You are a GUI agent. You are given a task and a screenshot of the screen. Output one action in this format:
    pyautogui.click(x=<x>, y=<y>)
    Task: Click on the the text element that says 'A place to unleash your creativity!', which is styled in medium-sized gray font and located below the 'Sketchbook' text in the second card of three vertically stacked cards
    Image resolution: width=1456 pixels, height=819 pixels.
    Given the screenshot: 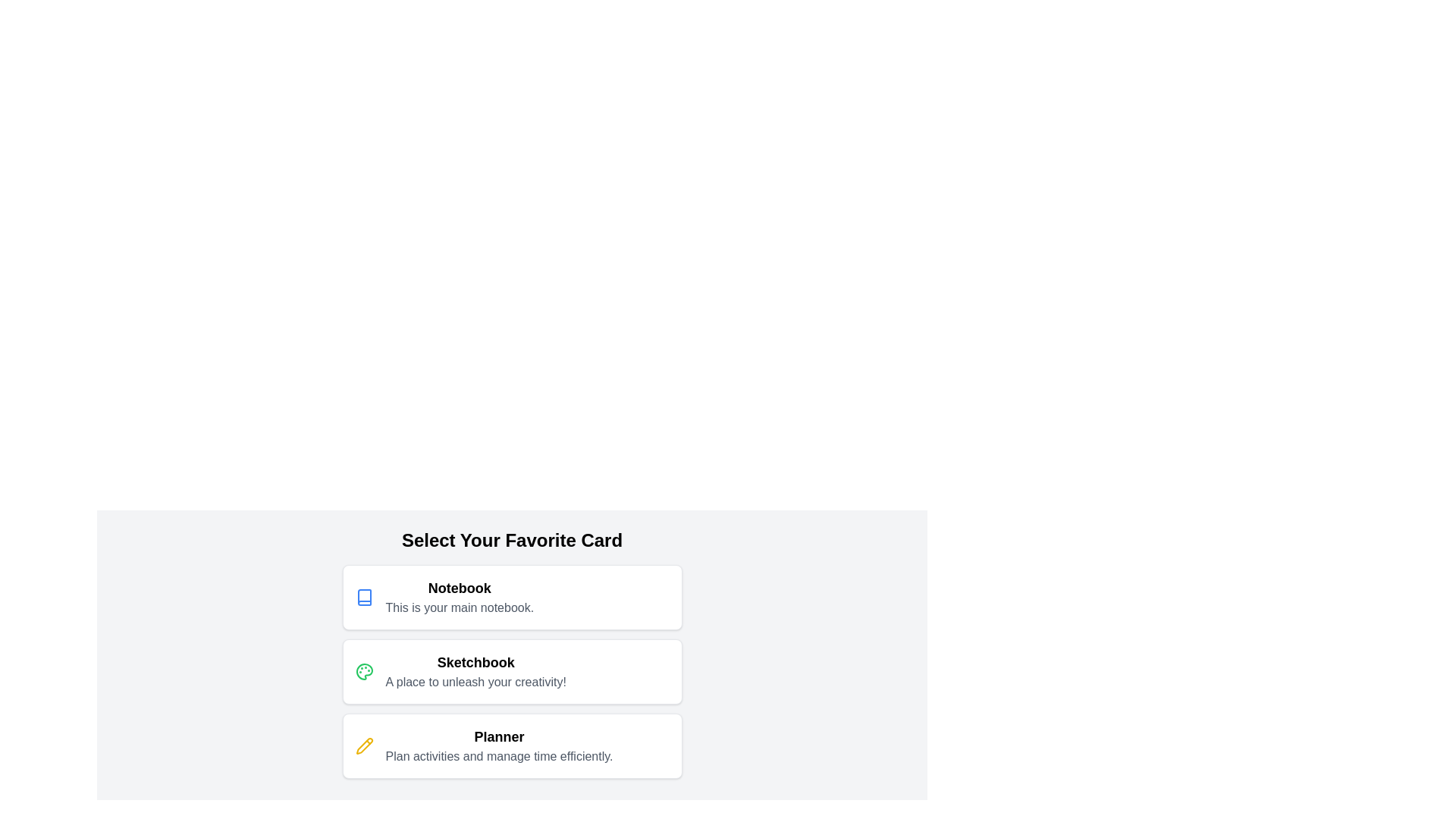 What is the action you would take?
    pyautogui.click(x=475, y=681)
    